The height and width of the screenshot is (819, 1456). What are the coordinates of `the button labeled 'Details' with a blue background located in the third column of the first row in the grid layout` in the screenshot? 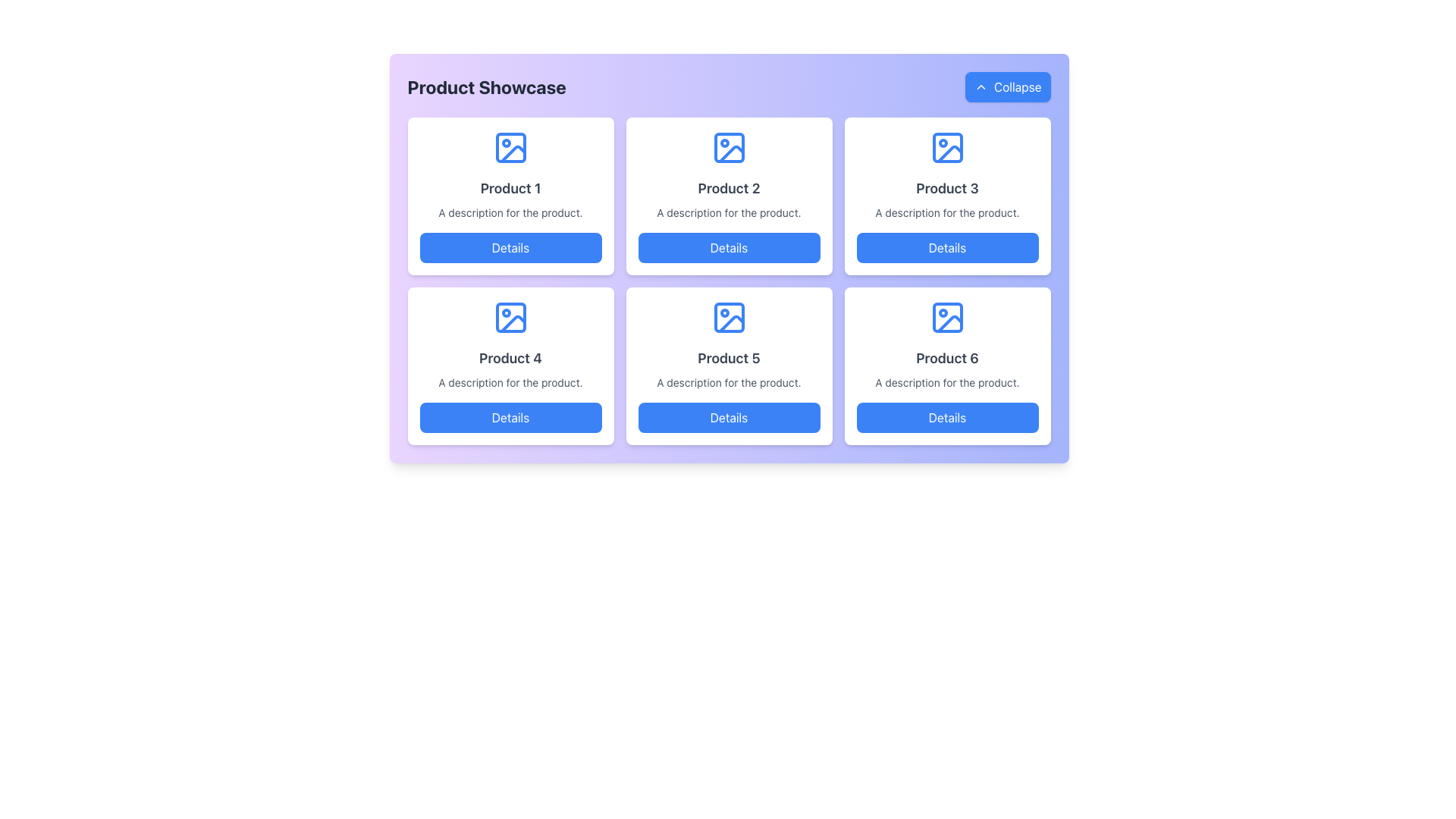 It's located at (946, 247).